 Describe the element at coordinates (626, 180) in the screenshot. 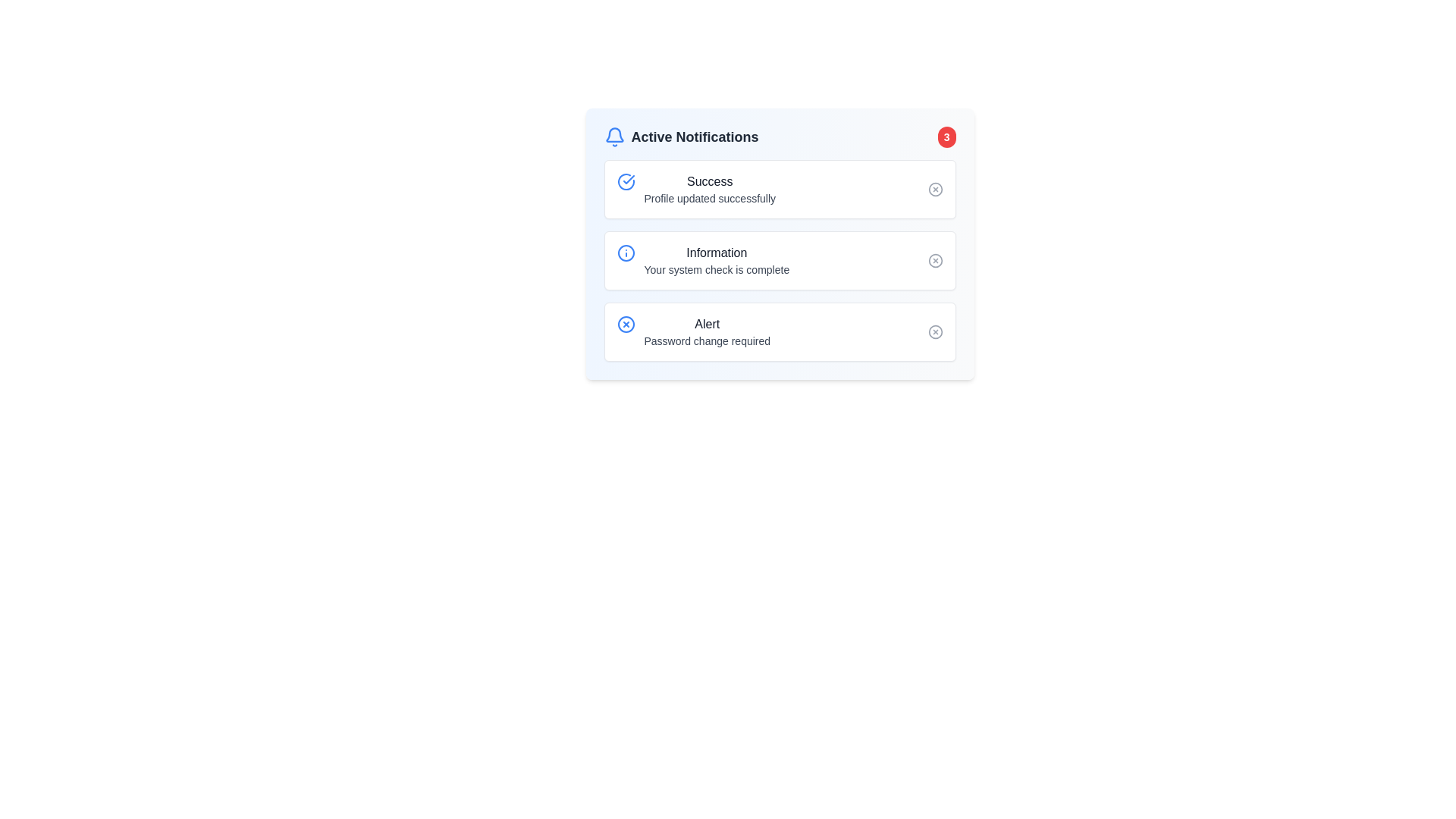

I see `the success notification icon, which is the leftmost icon in the first stack of notification cards at the top of the notification list, aligning horizontally with the 'Success' text` at that location.